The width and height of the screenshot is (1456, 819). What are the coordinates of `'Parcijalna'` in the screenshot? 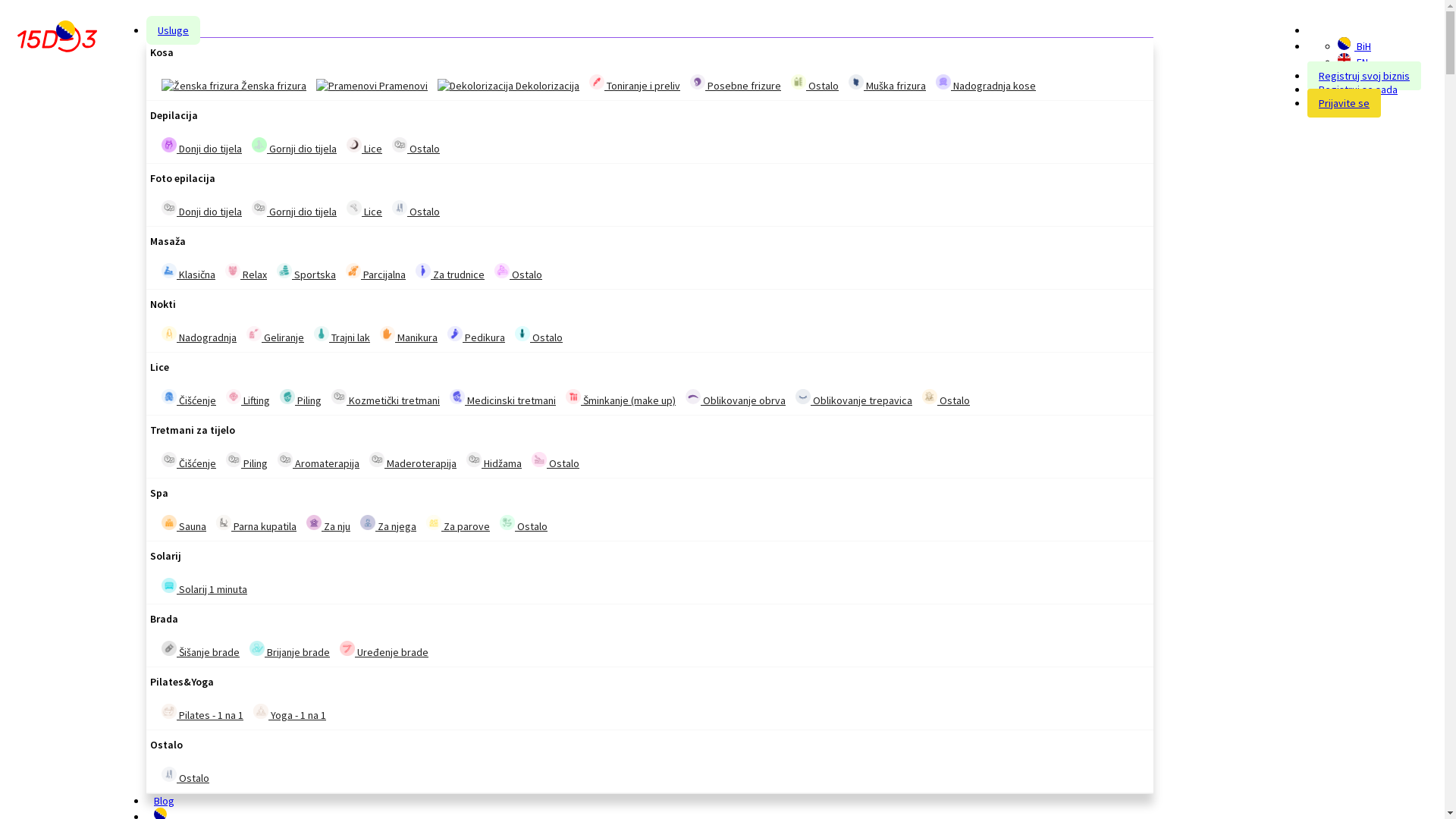 It's located at (352, 270).